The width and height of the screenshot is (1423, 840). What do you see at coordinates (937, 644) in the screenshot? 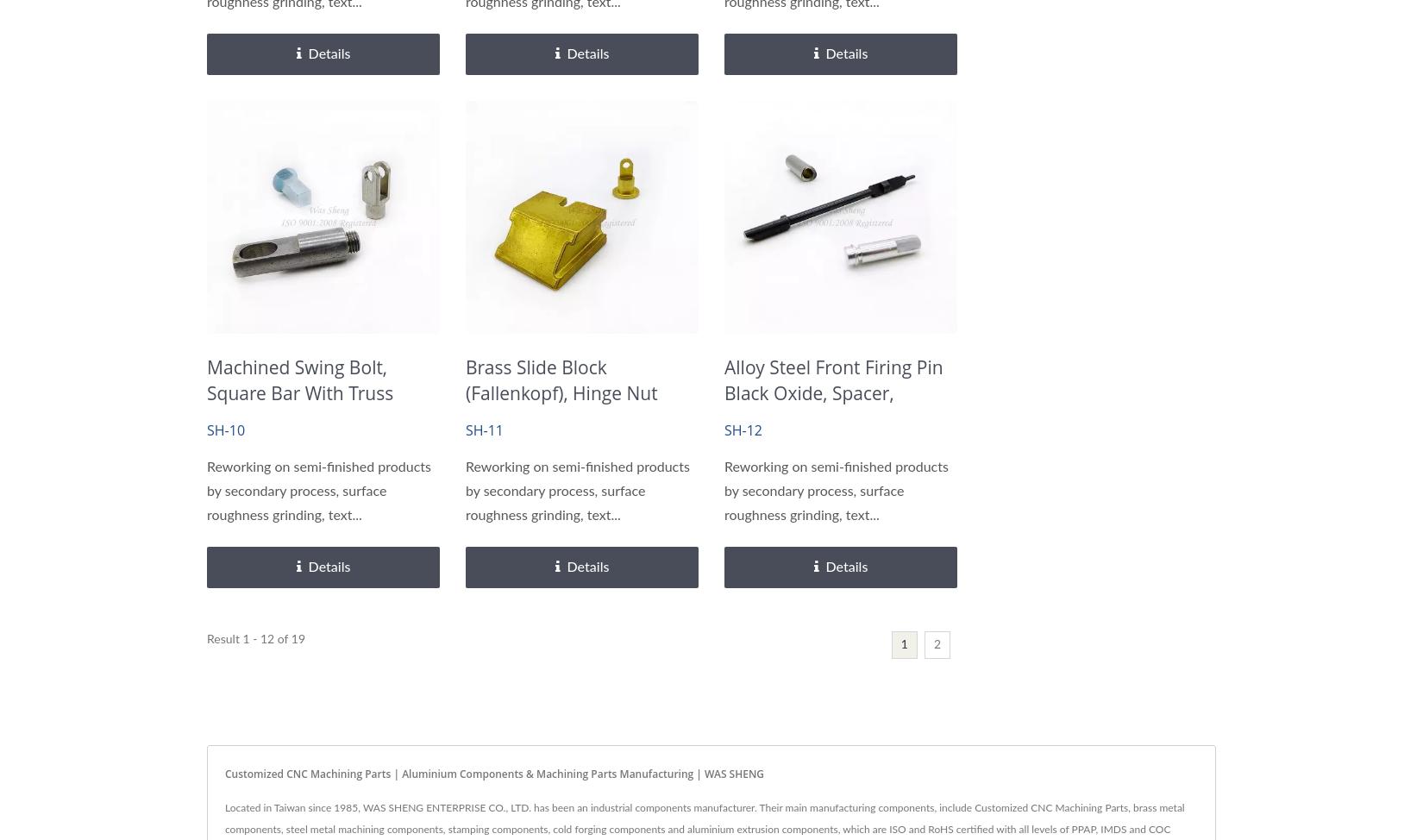
I see `'2'` at bounding box center [937, 644].